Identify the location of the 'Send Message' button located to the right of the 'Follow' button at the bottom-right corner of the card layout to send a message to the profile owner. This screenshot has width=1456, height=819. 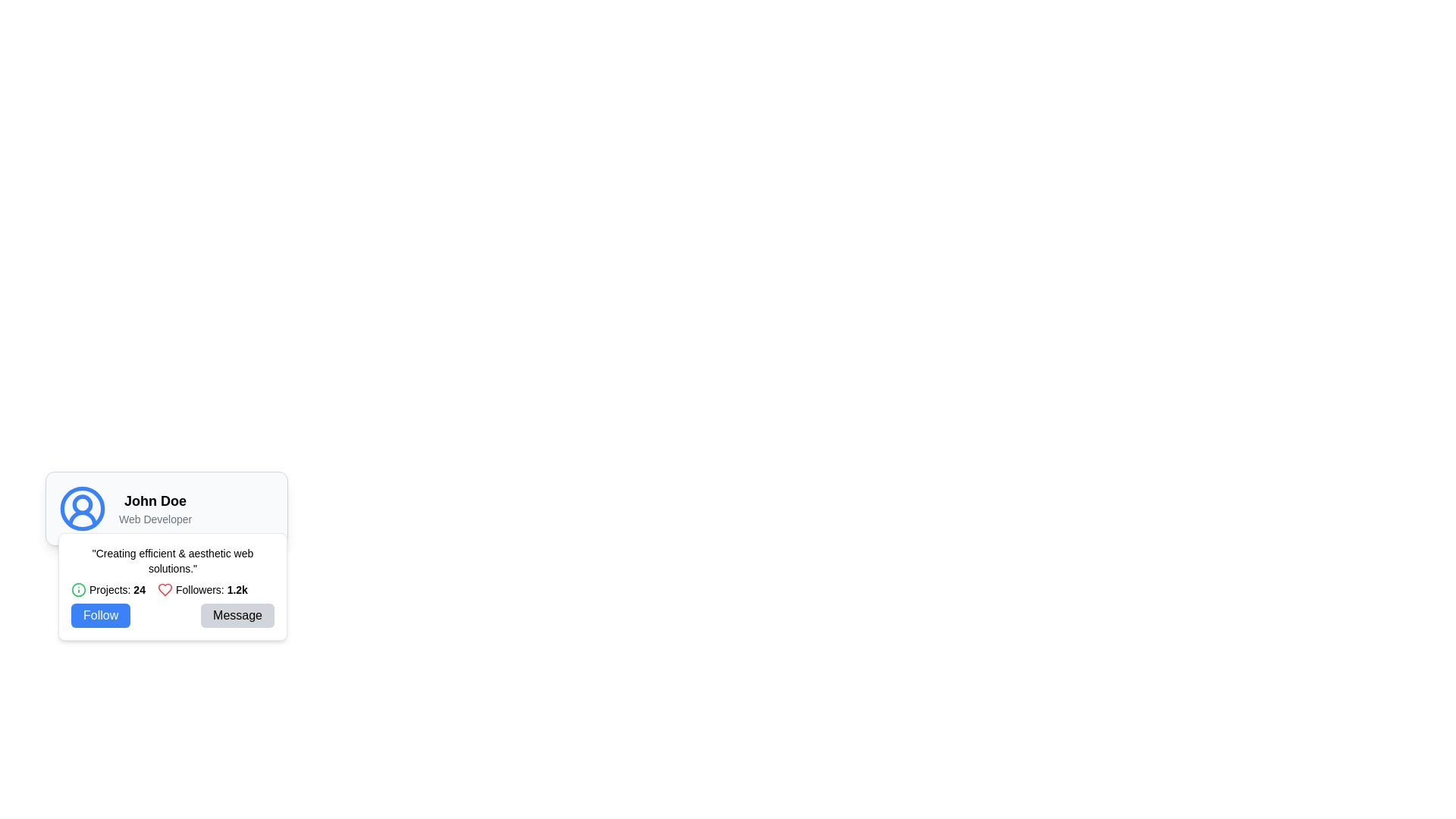
(237, 616).